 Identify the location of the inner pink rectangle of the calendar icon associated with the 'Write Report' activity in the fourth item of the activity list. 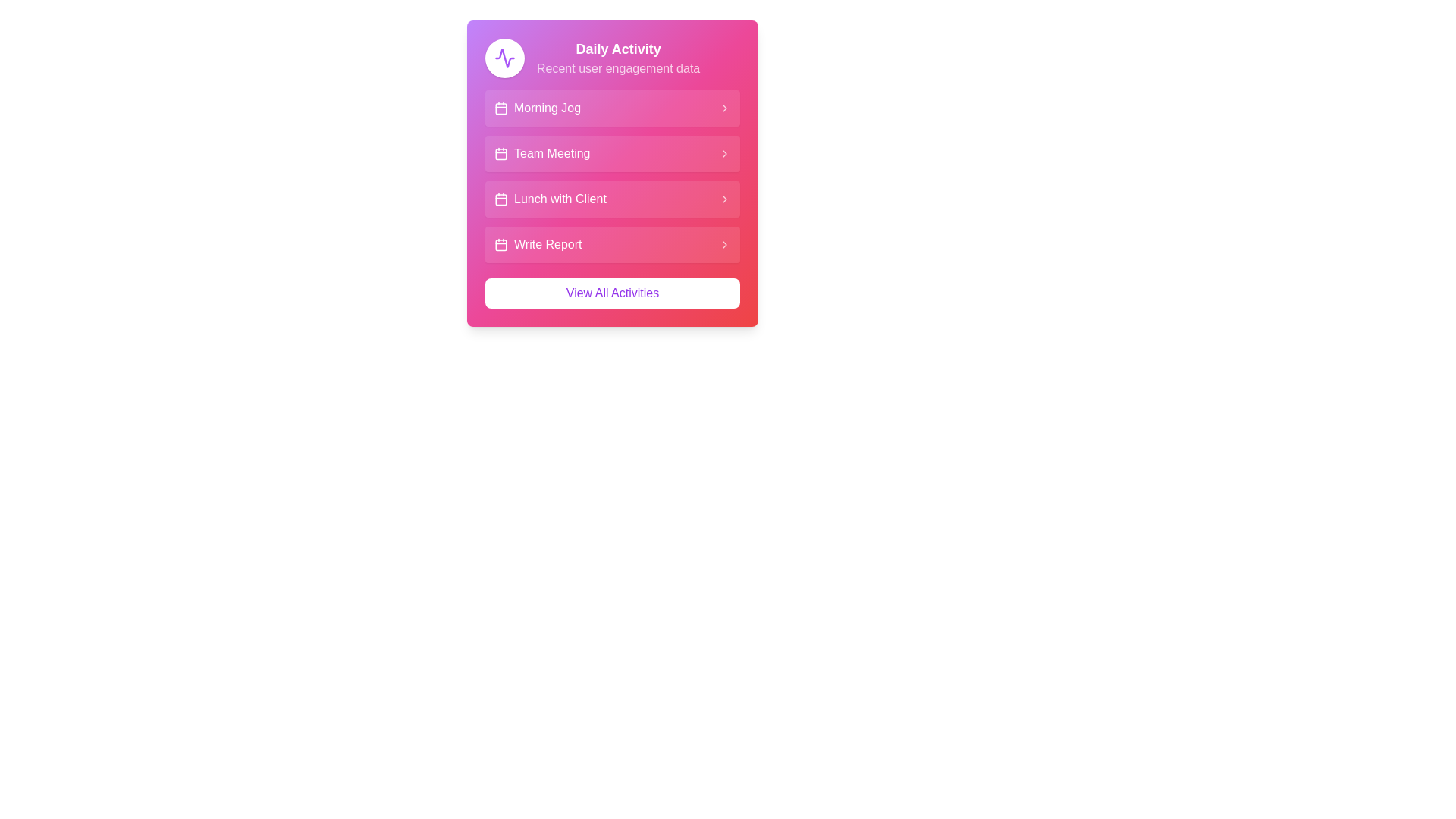
(501, 244).